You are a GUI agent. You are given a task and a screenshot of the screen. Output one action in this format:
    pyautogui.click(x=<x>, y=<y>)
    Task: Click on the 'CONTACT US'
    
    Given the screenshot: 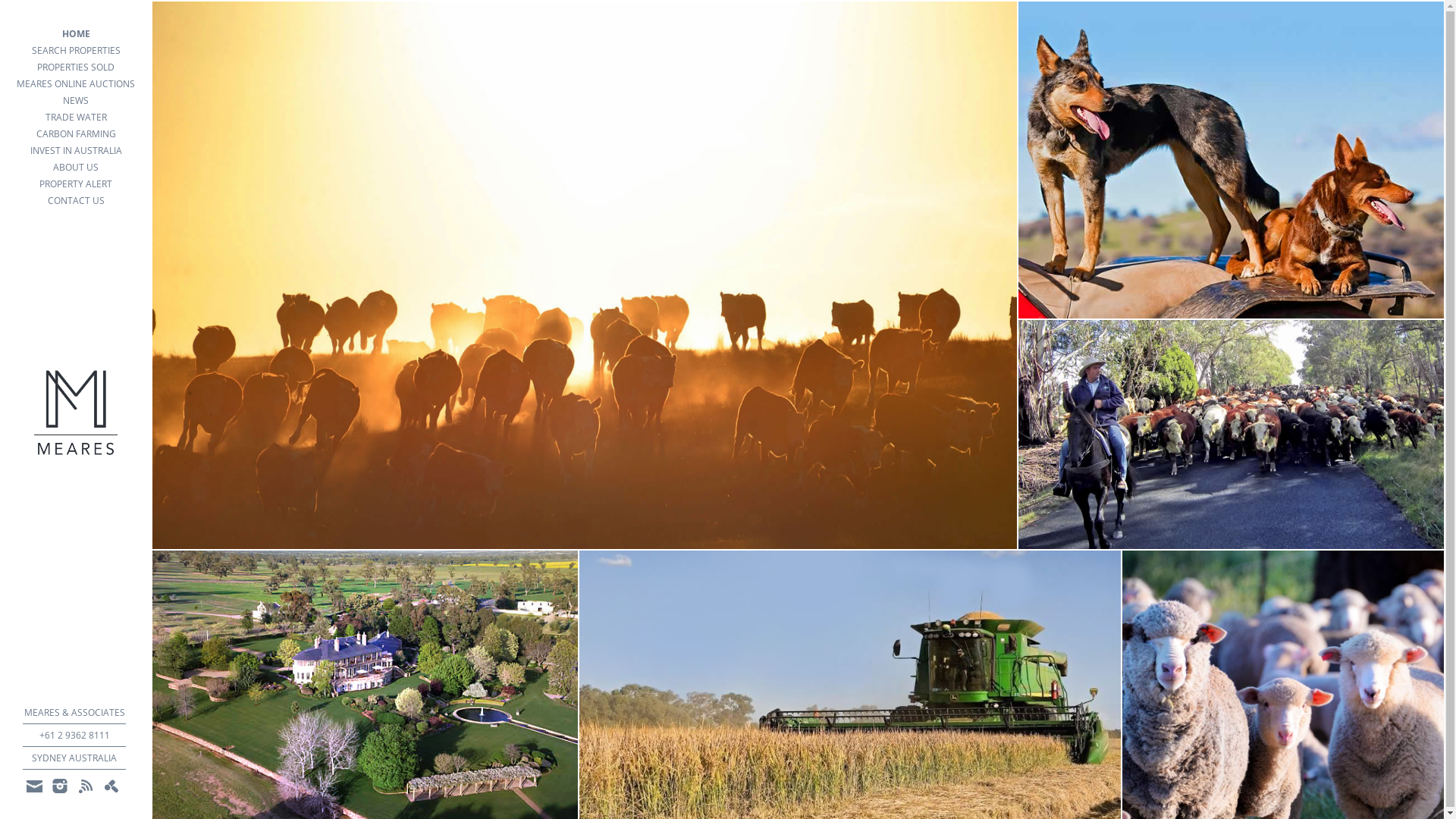 What is the action you would take?
    pyautogui.click(x=75, y=200)
    